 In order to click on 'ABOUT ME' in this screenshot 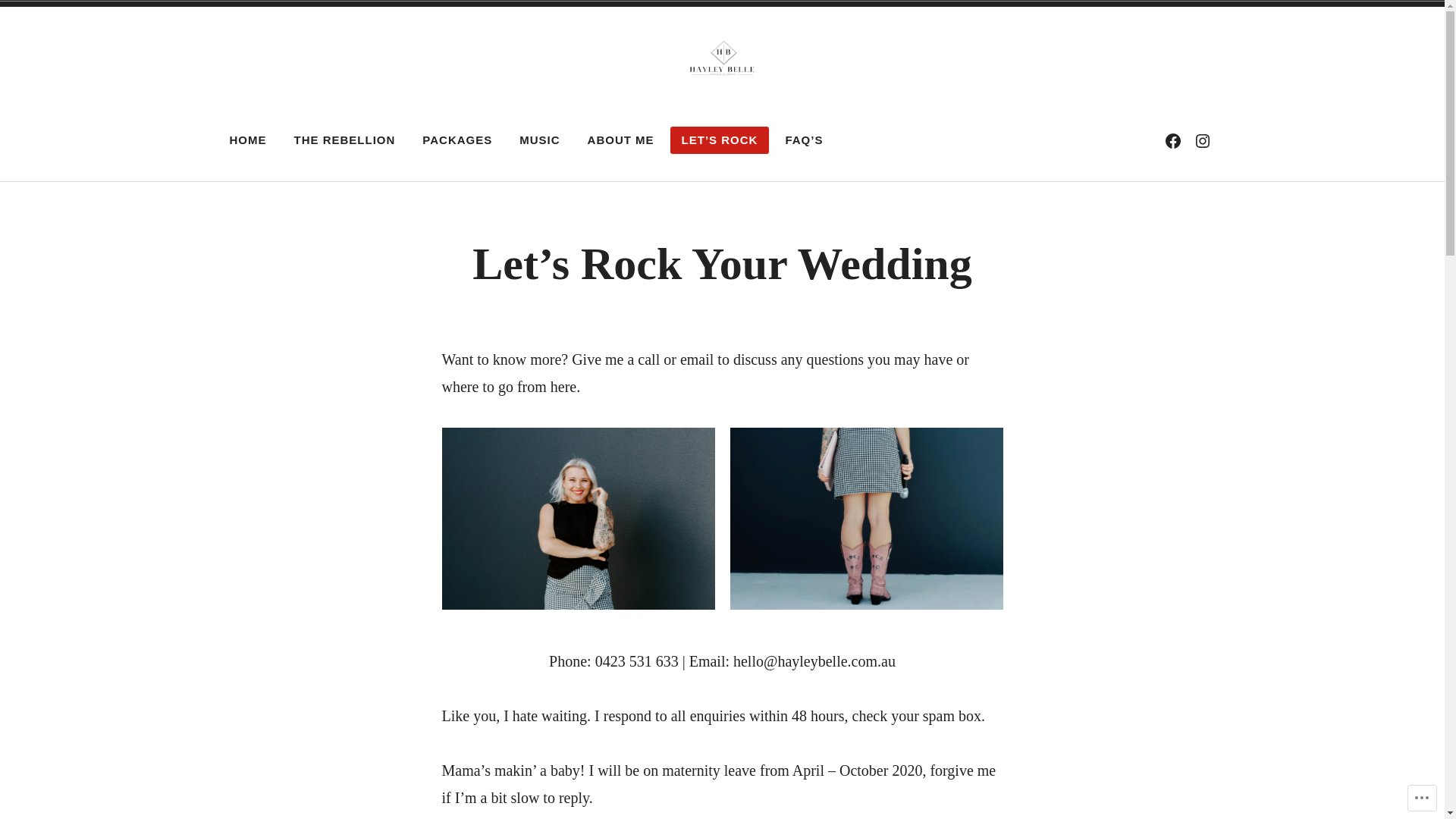, I will do `click(621, 140)`.